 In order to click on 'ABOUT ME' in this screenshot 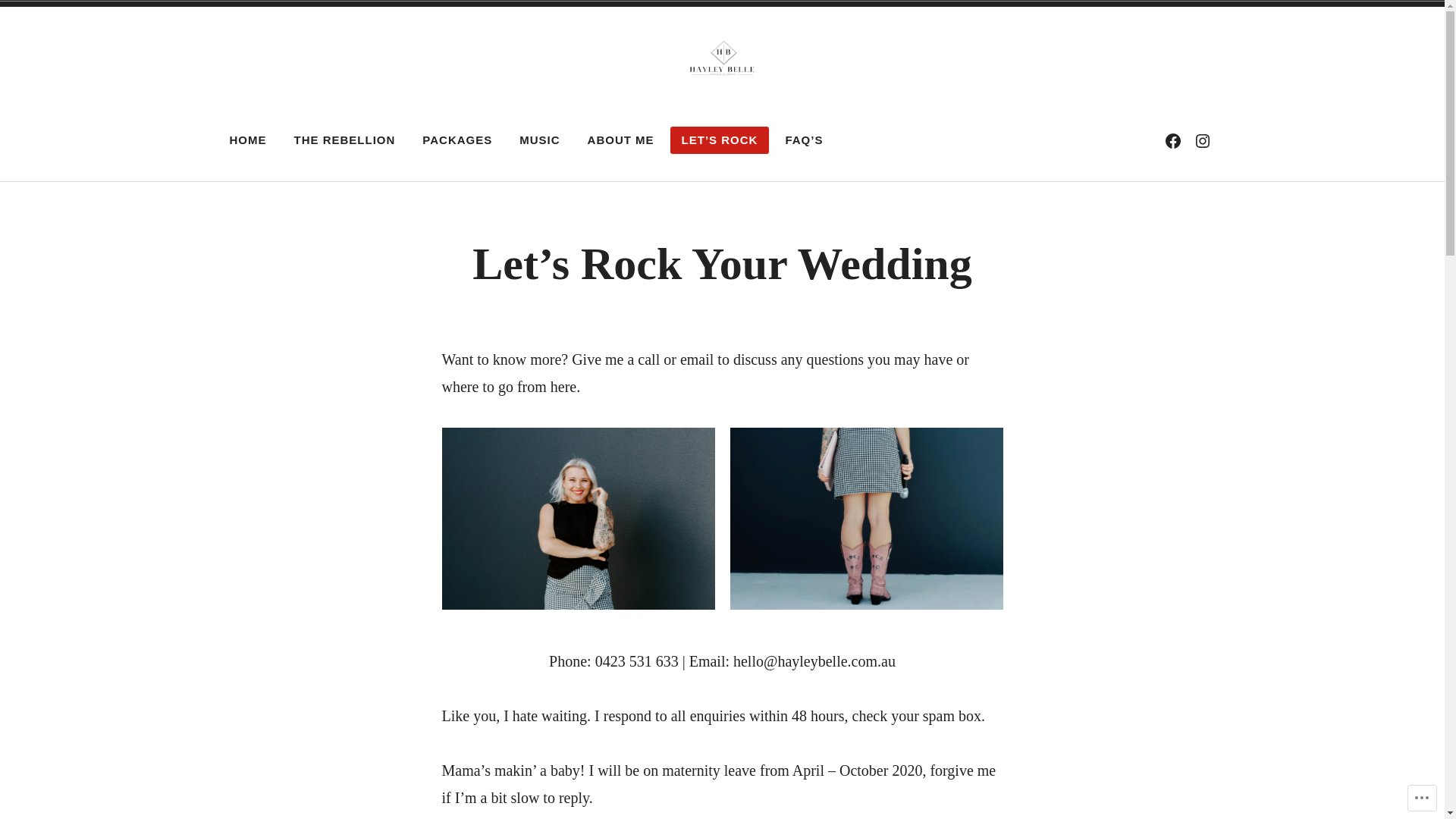, I will do `click(621, 140)`.